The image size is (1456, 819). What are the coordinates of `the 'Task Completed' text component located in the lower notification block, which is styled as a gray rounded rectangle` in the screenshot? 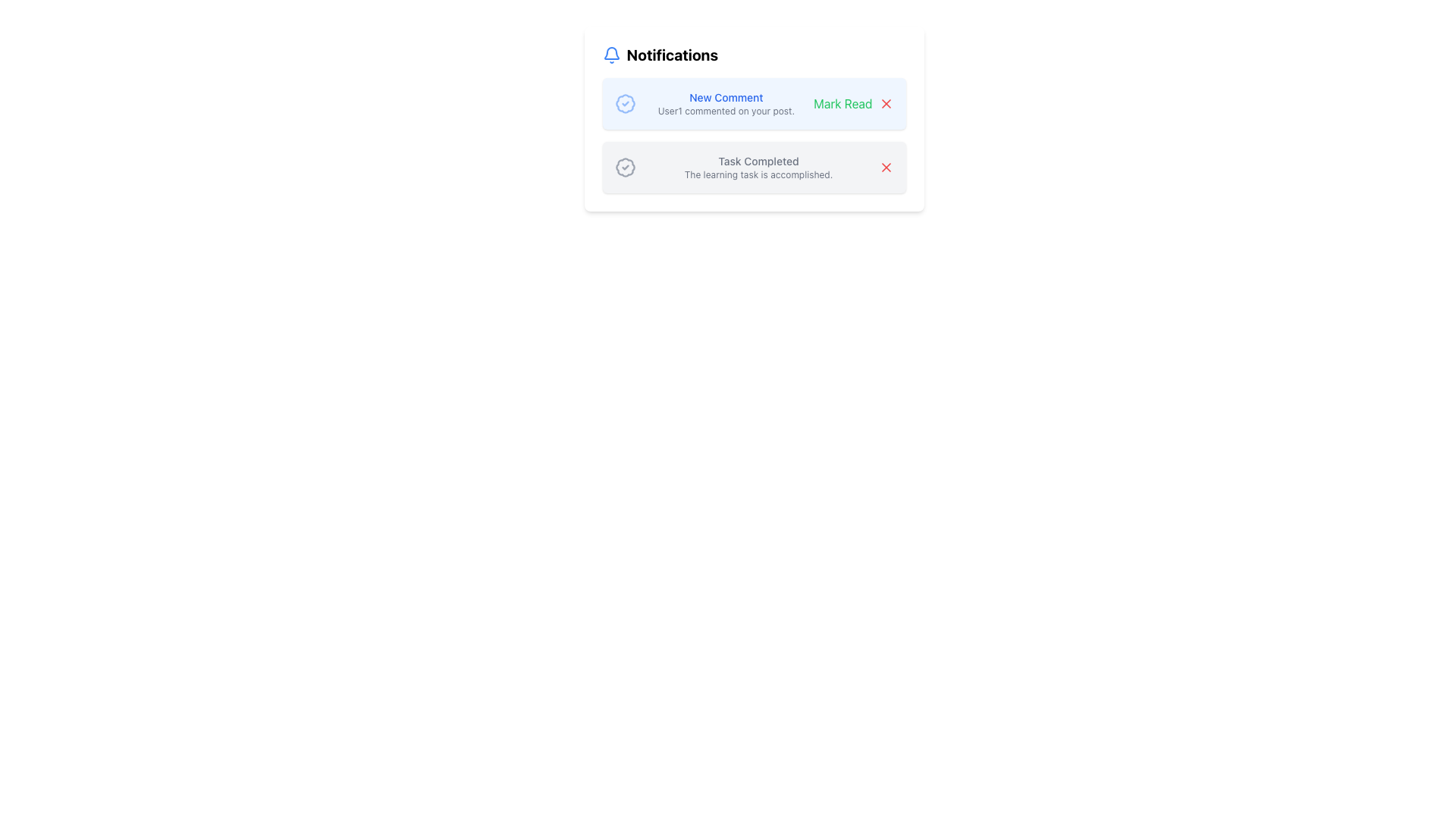 It's located at (758, 167).